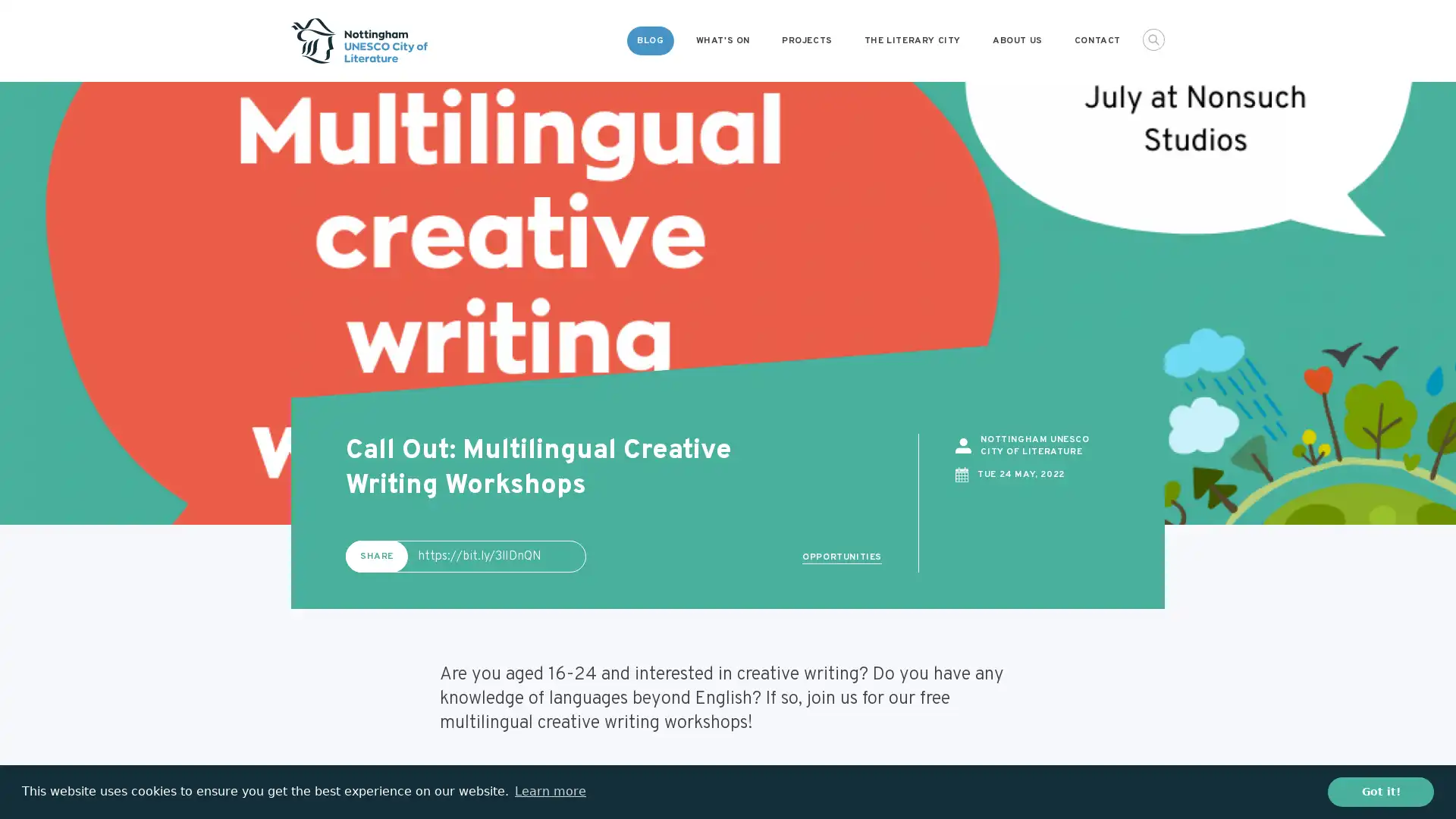  Describe the element at coordinates (549, 791) in the screenshot. I see `learn more about cookies` at that location.